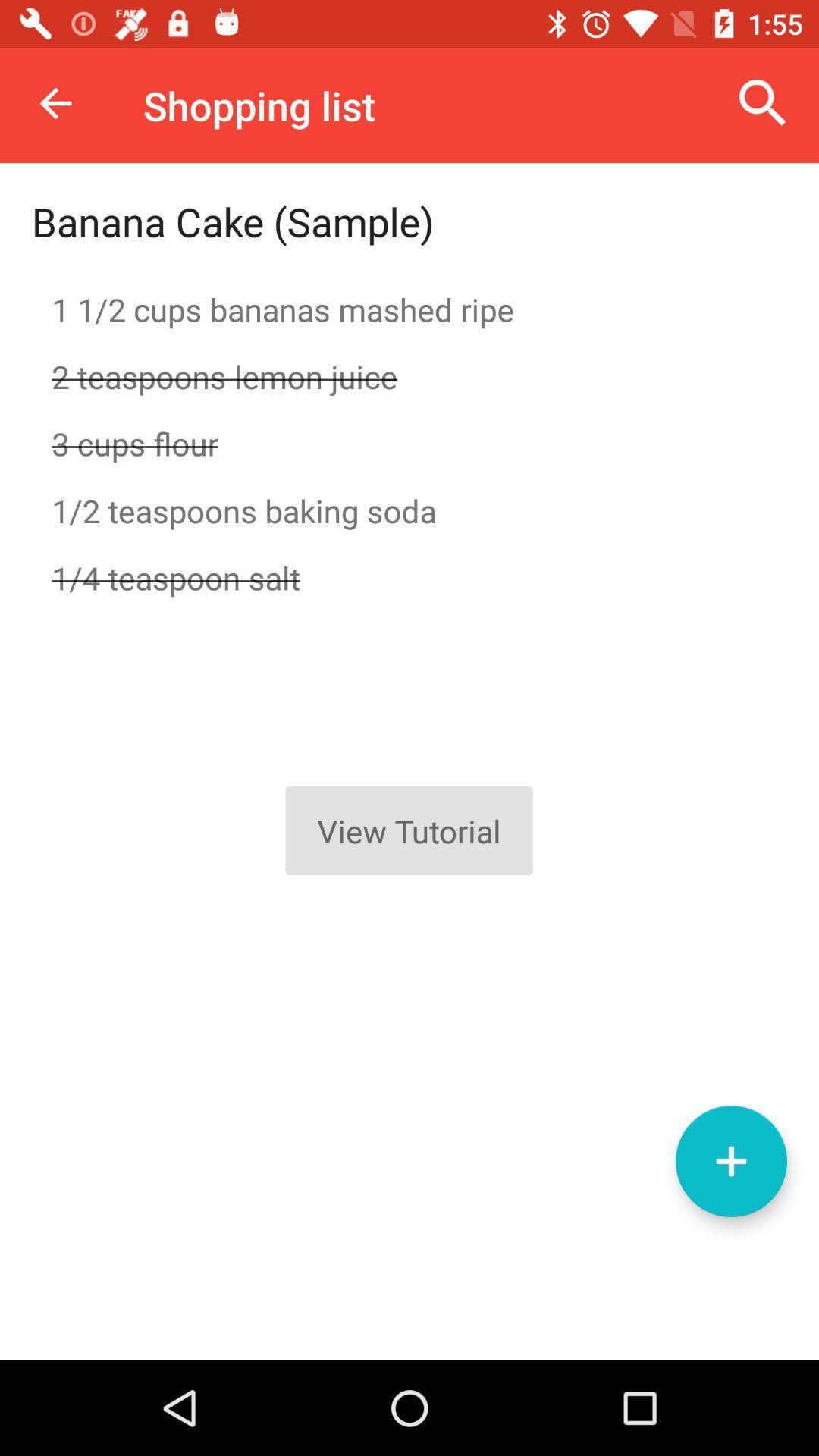 This screenshot has height=1456, width=819. What do you see at coordinates (409, 443) in the screenshot?
I see `item above 1 2 teaspoons` at bounding box center [409, 443].